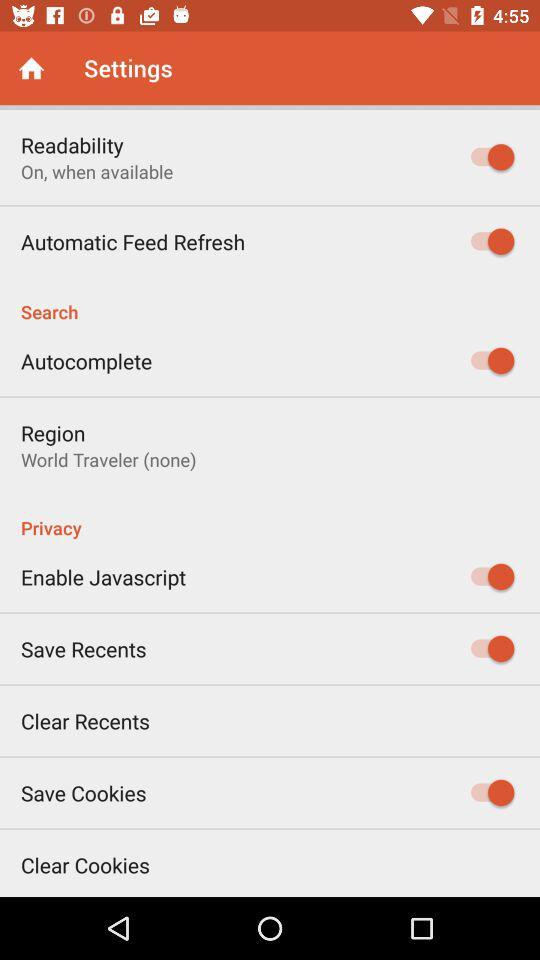 This screenshot has height=960, width=540. Describe the element at coordinates (103, 577) in the screenshot. I see `the enable javascript icon` at that location.